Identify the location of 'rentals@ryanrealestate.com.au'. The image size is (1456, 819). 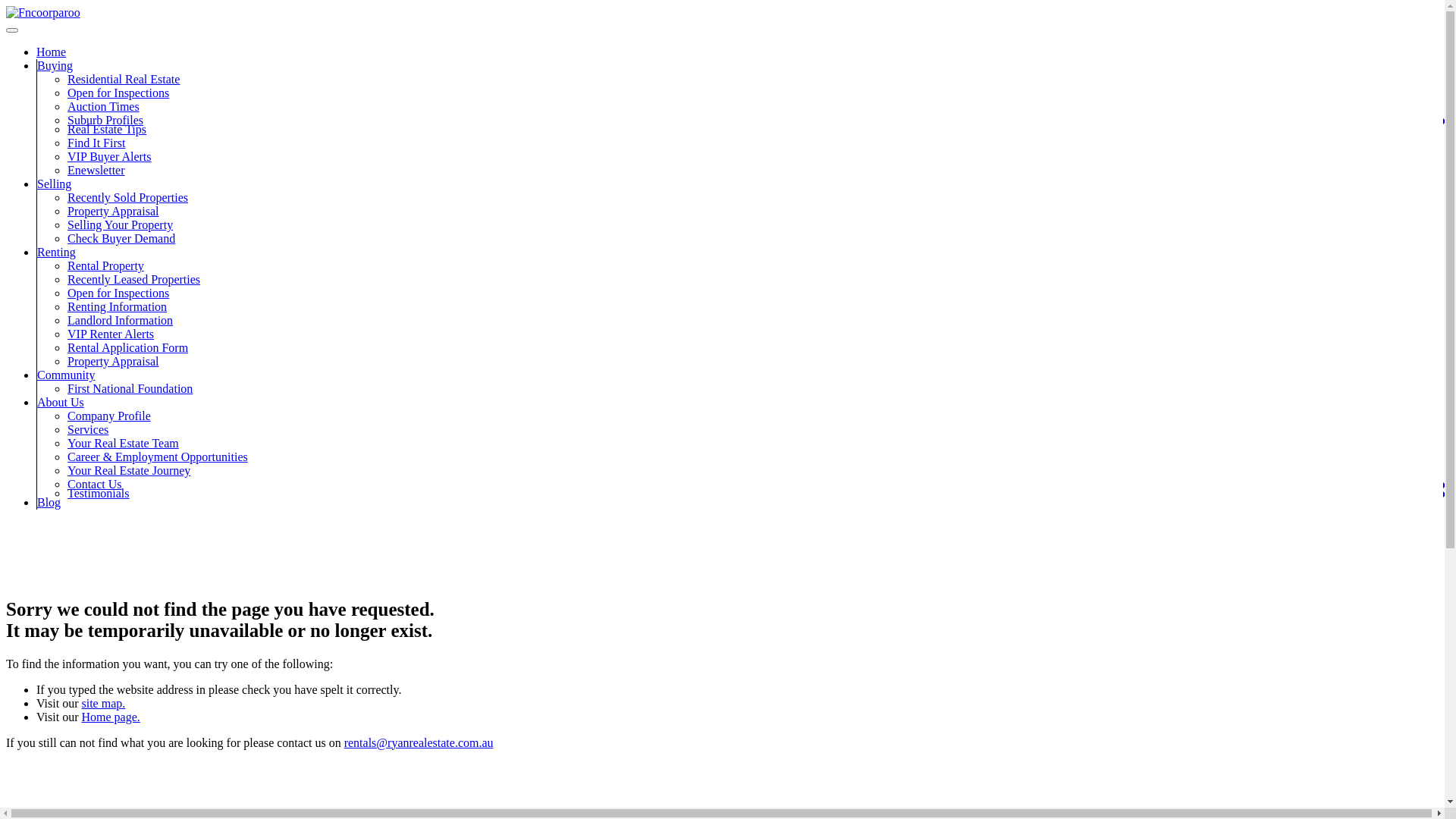
(419, 741).